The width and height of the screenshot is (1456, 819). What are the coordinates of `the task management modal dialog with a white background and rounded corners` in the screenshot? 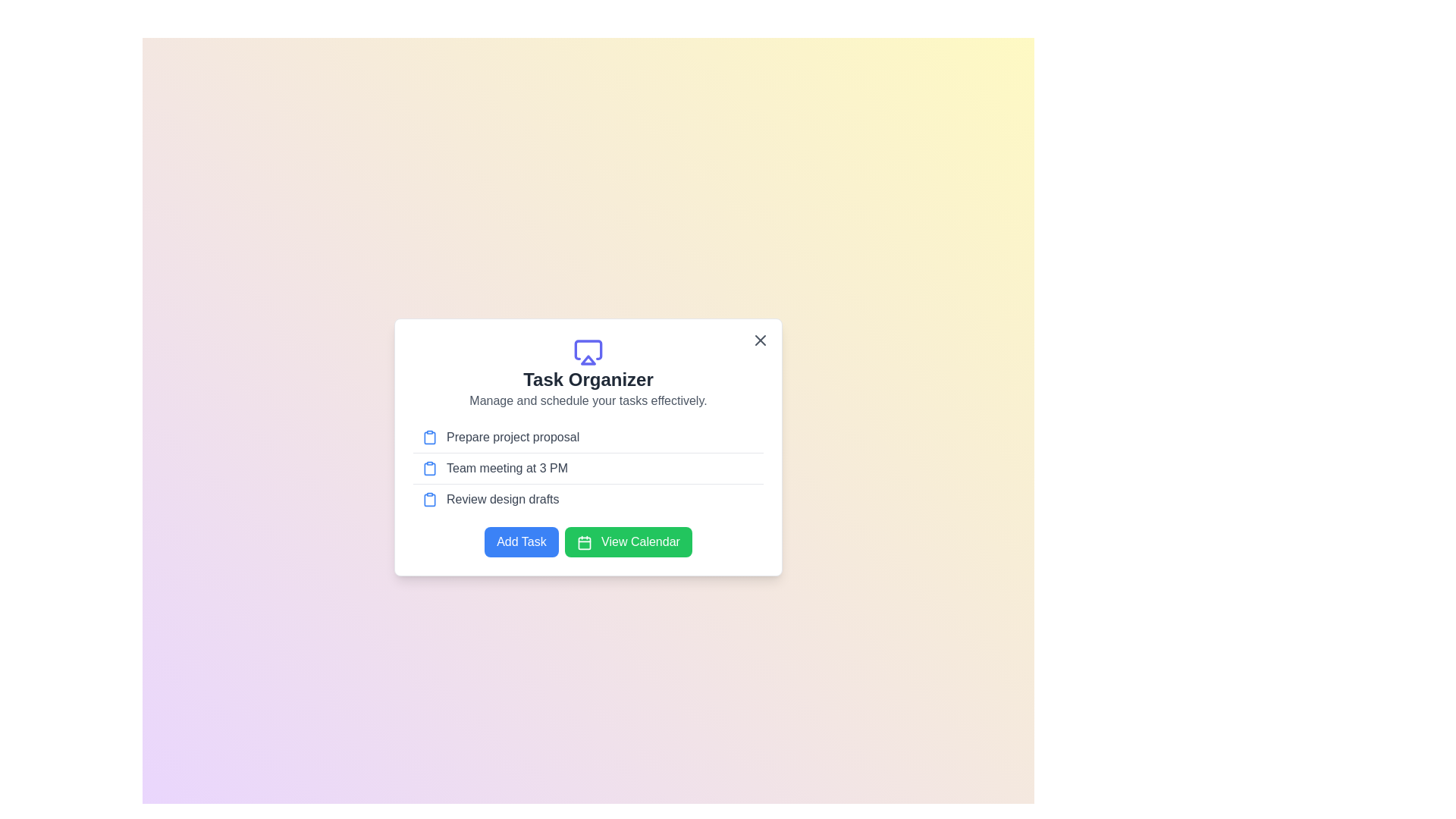 It's located at (588, 447).